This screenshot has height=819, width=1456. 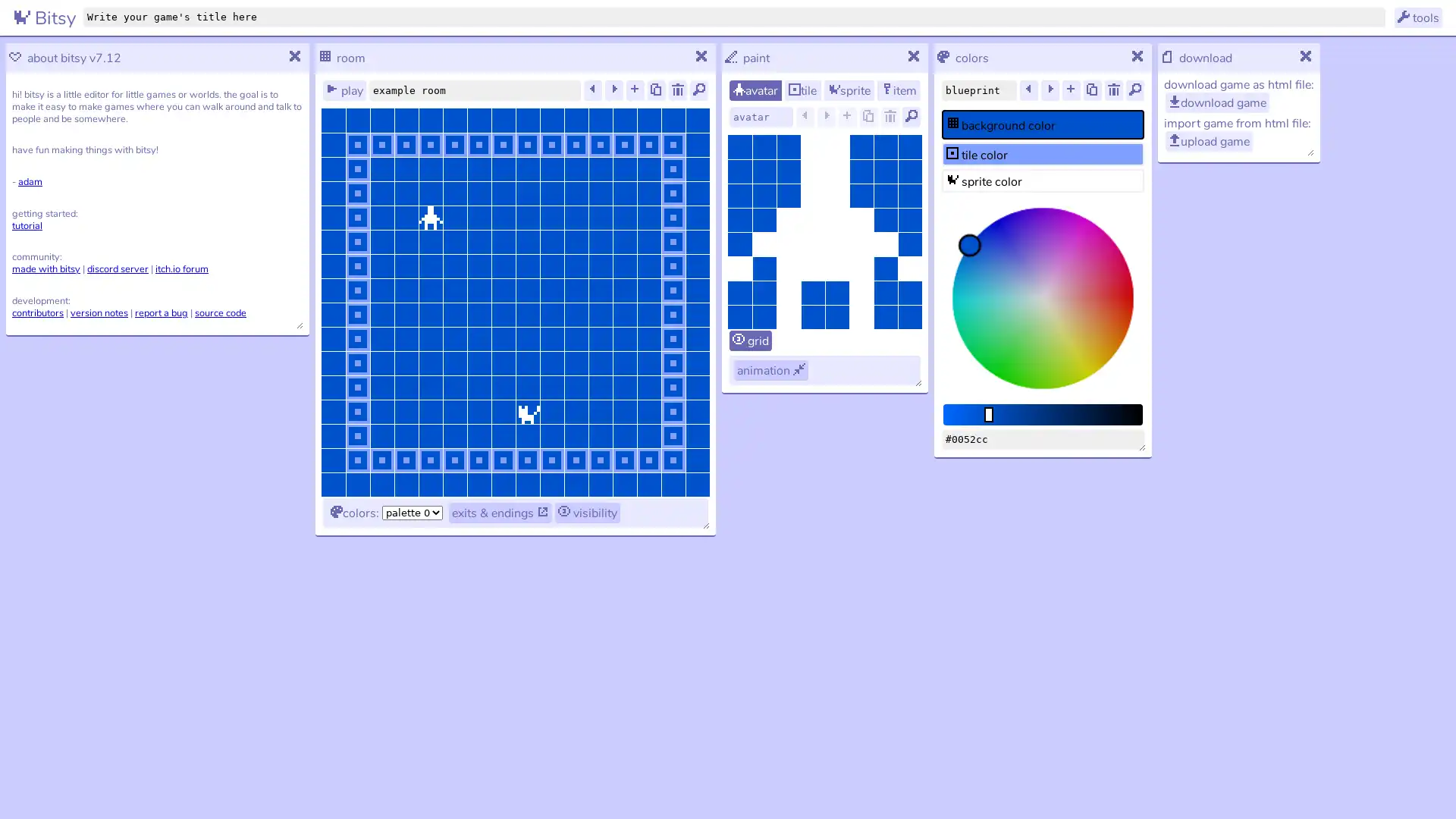 I want to click on add new room, so click(x=635, y=90).